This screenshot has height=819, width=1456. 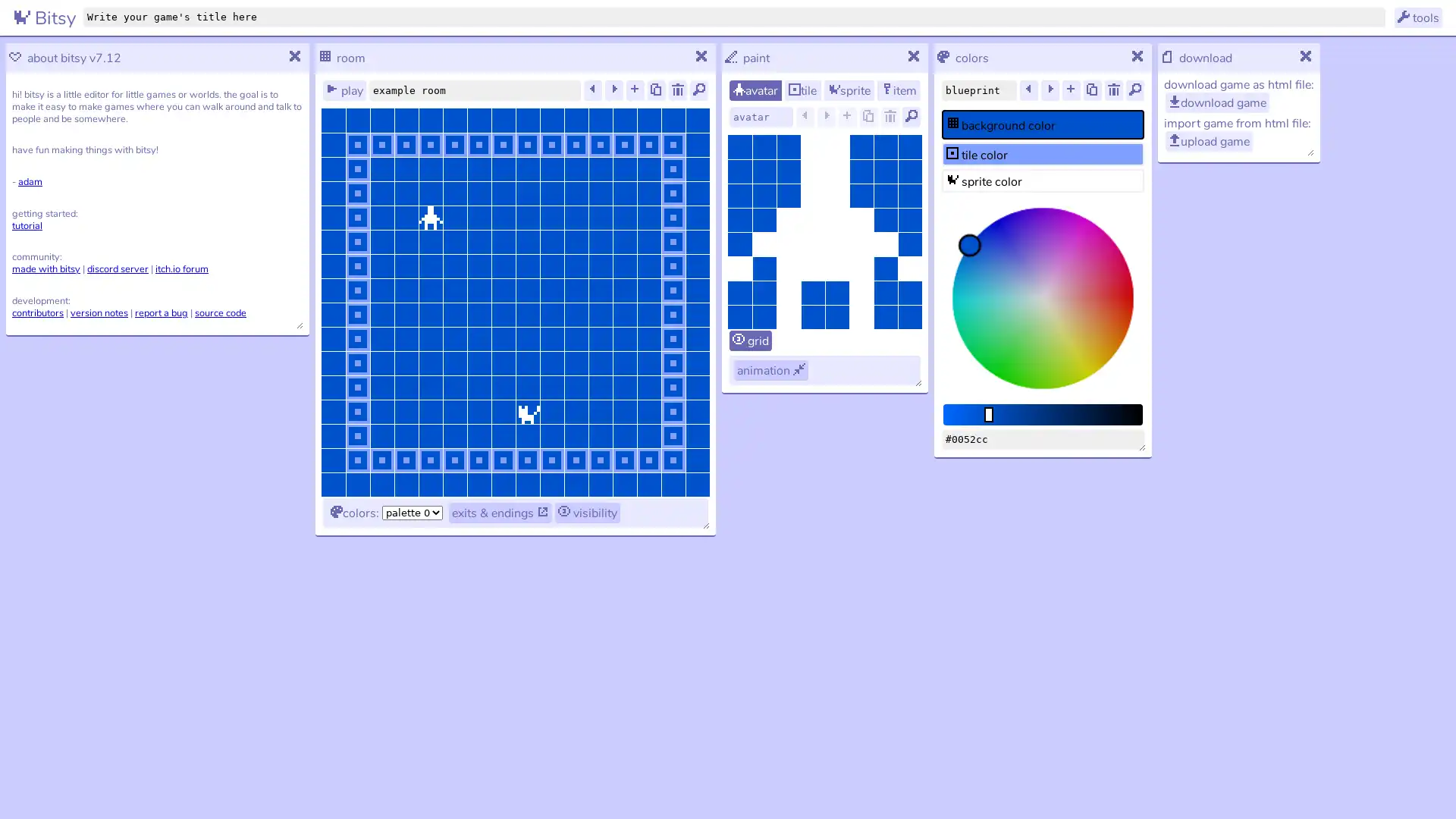 I want to click on add new room, so click(x=635, y=90).